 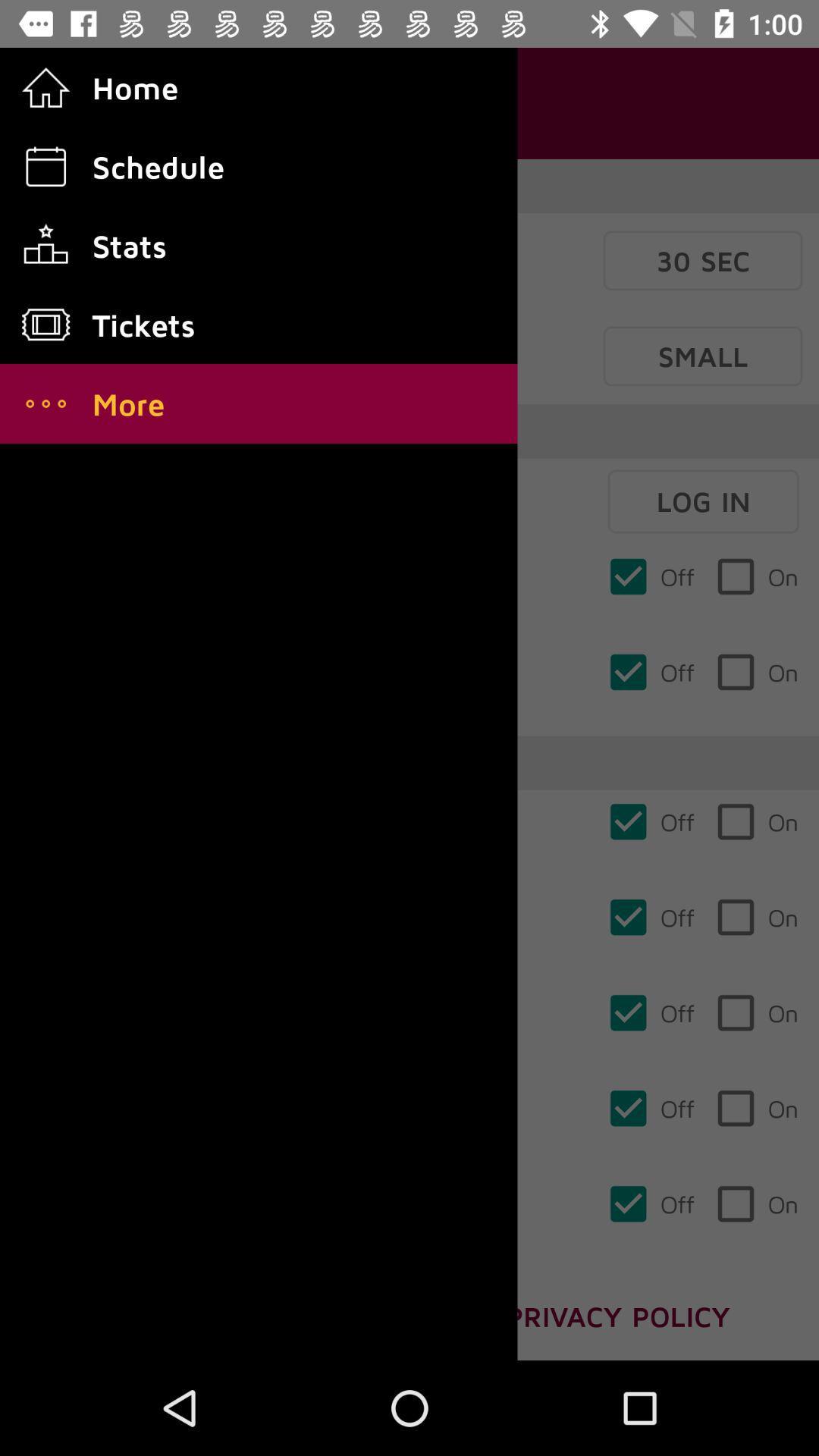 I want to click on privacy policy which is at the bottom right corner, so click(x=618, y=1315).